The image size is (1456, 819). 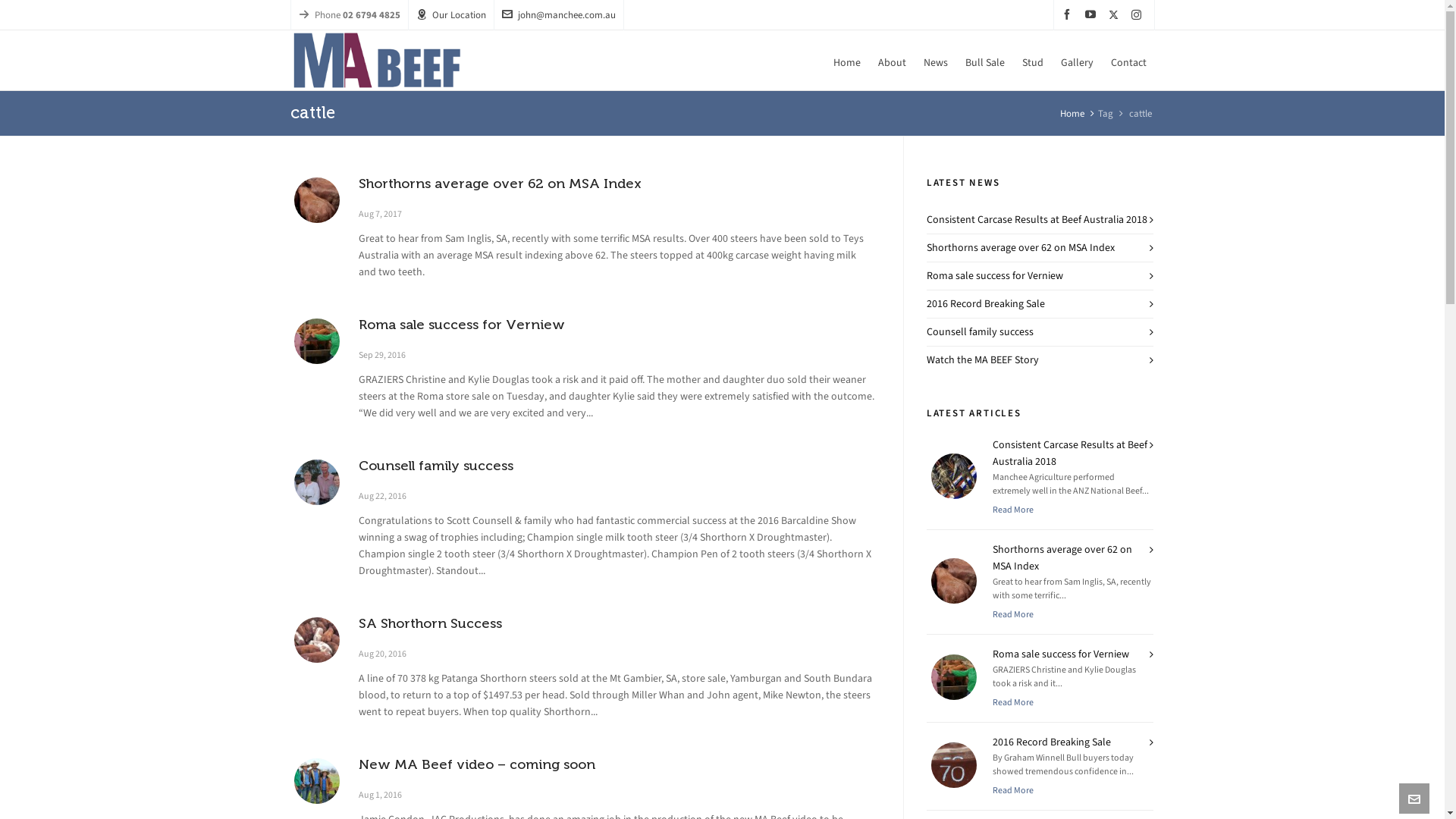 I want to click on 'Bull Sale', so click(x=985, y=60).